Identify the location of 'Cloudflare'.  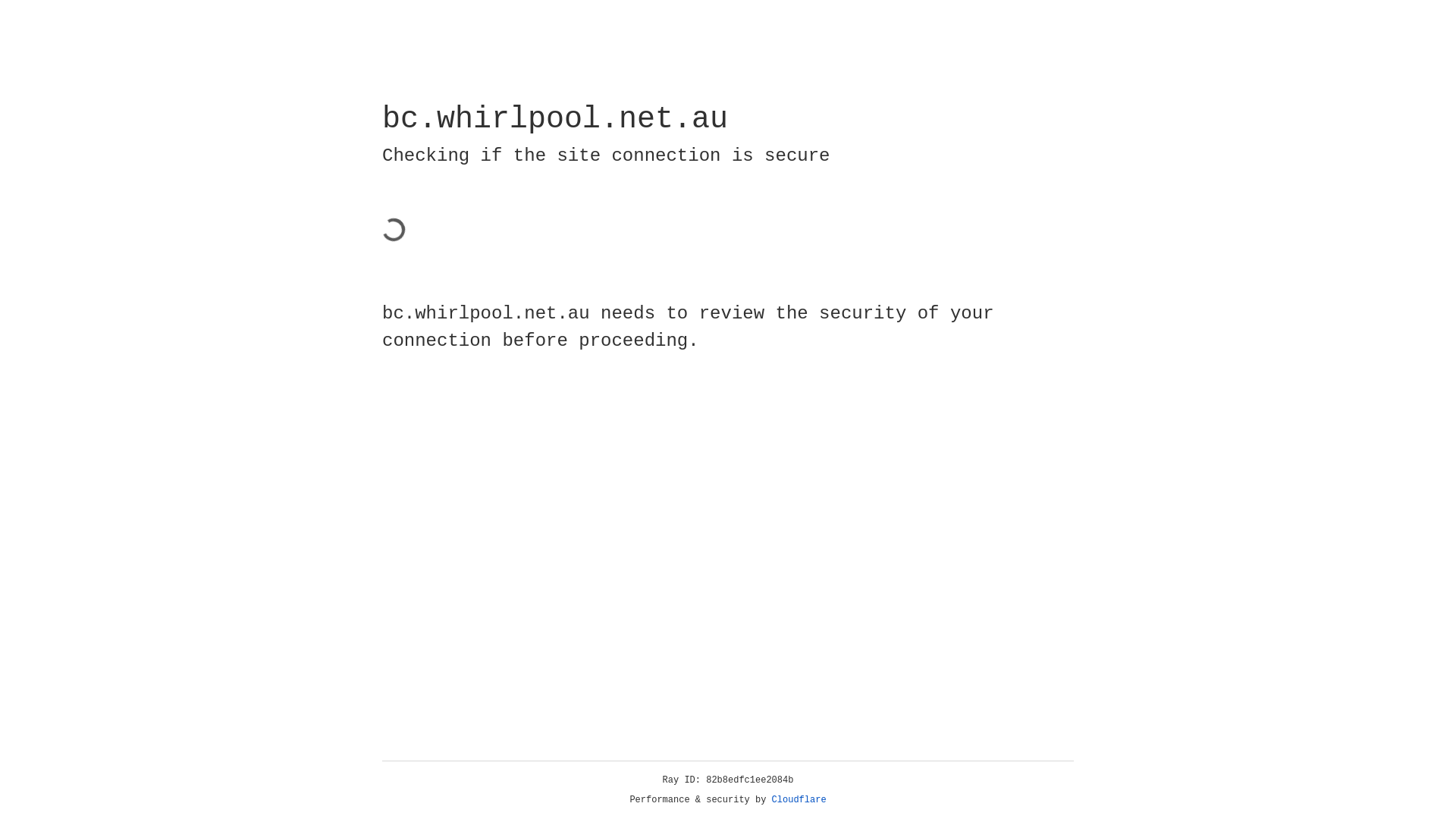
(771, 799).